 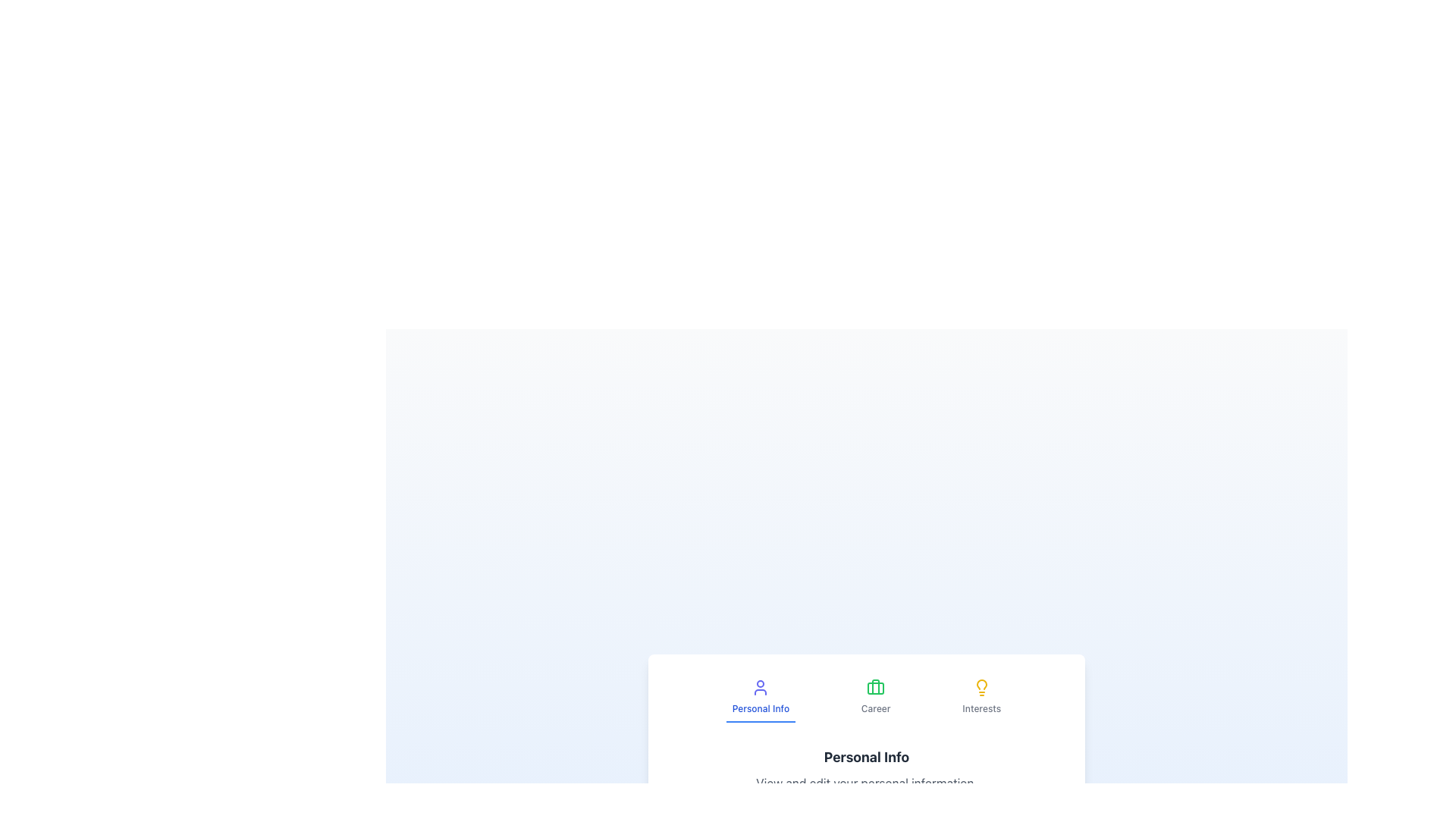 I want to click on the Informational section titled 'Personal Info' with a subtext stating 'View and edit your personal information.', so click(x=866, y=769).